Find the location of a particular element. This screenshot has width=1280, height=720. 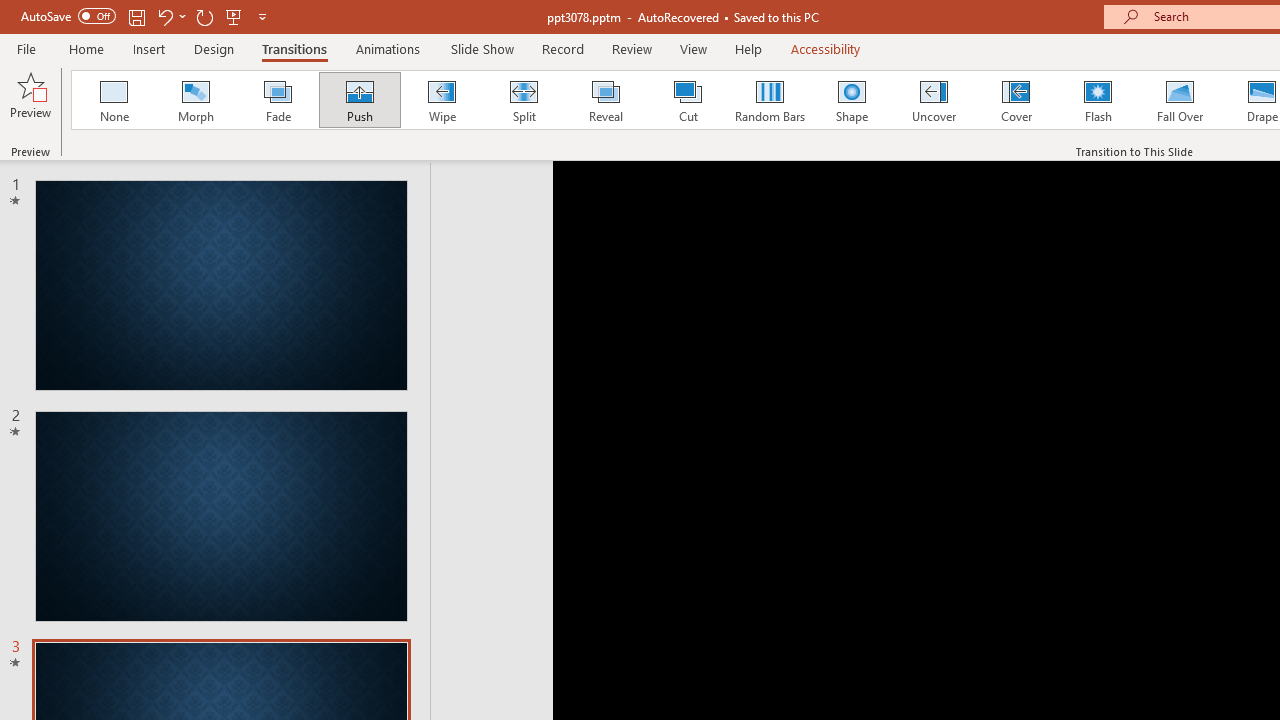

'Push' is located at coordinates (359, 100).